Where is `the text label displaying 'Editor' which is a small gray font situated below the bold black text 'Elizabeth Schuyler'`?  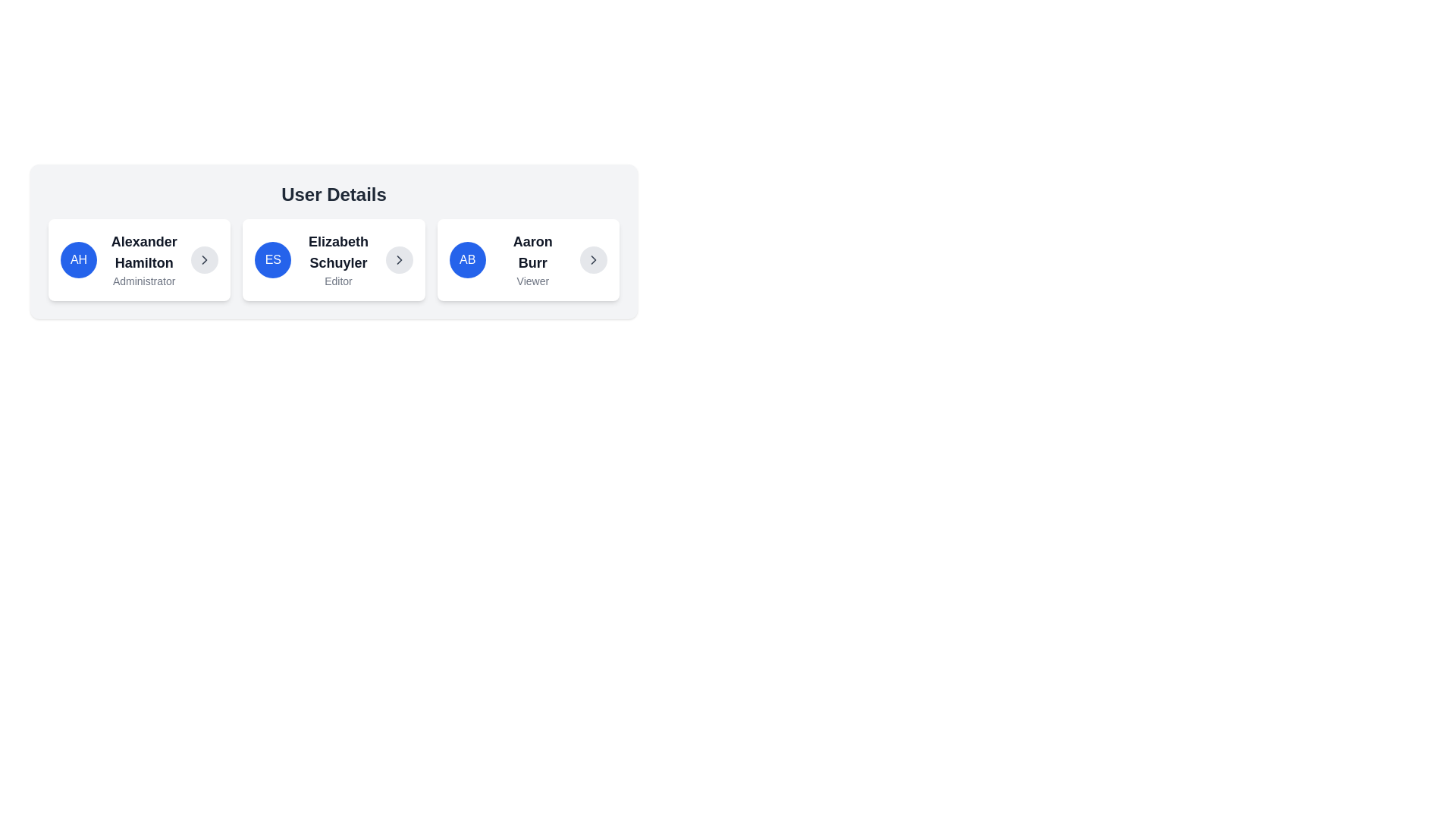
the text label displaying 'Editor' which is a small gray font situated below the bold black text 'Elizabeth Schuyler' is located at coordinates (337, 281).